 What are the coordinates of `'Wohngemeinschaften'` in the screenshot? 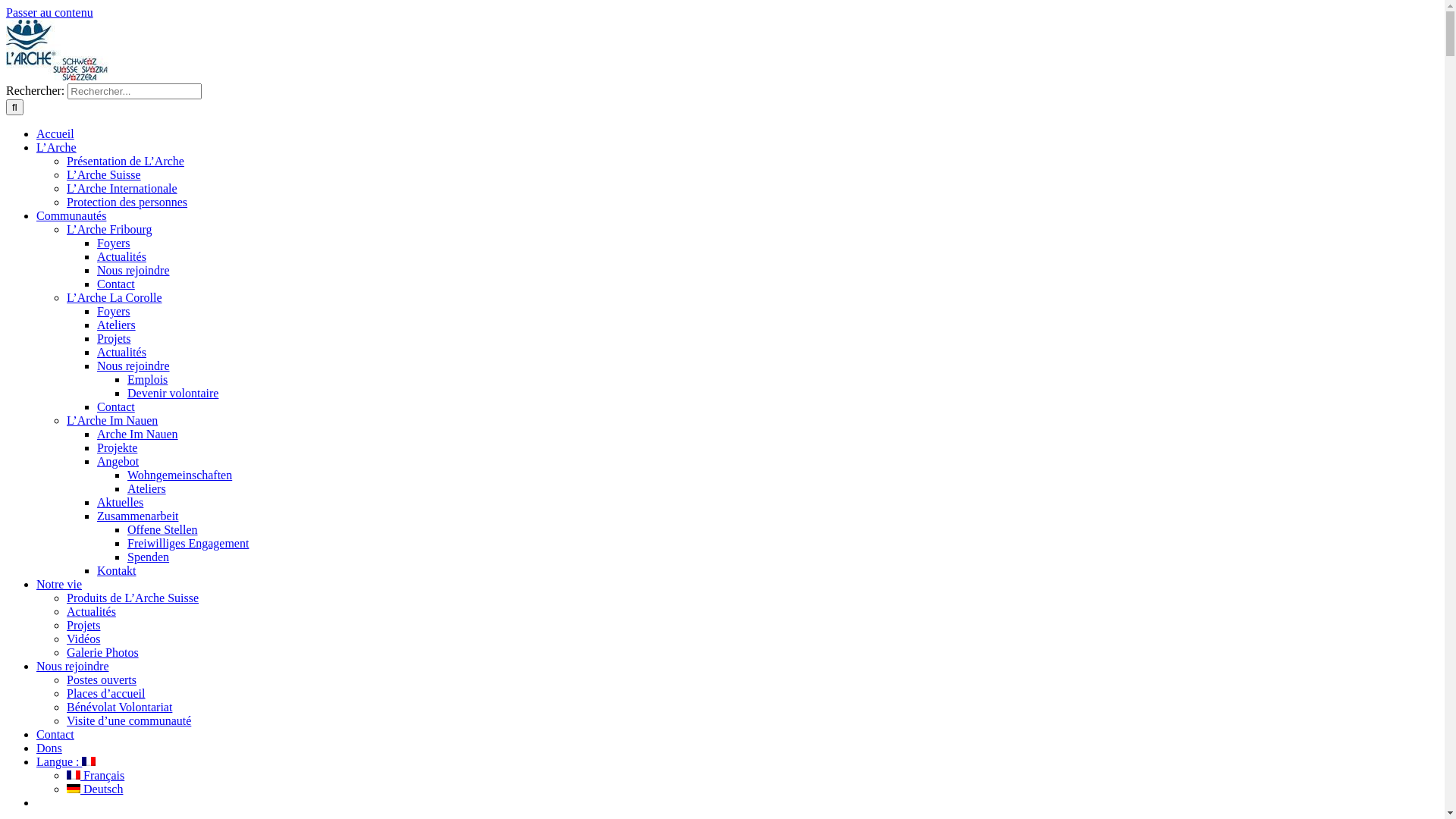 It's located at (179, 474).